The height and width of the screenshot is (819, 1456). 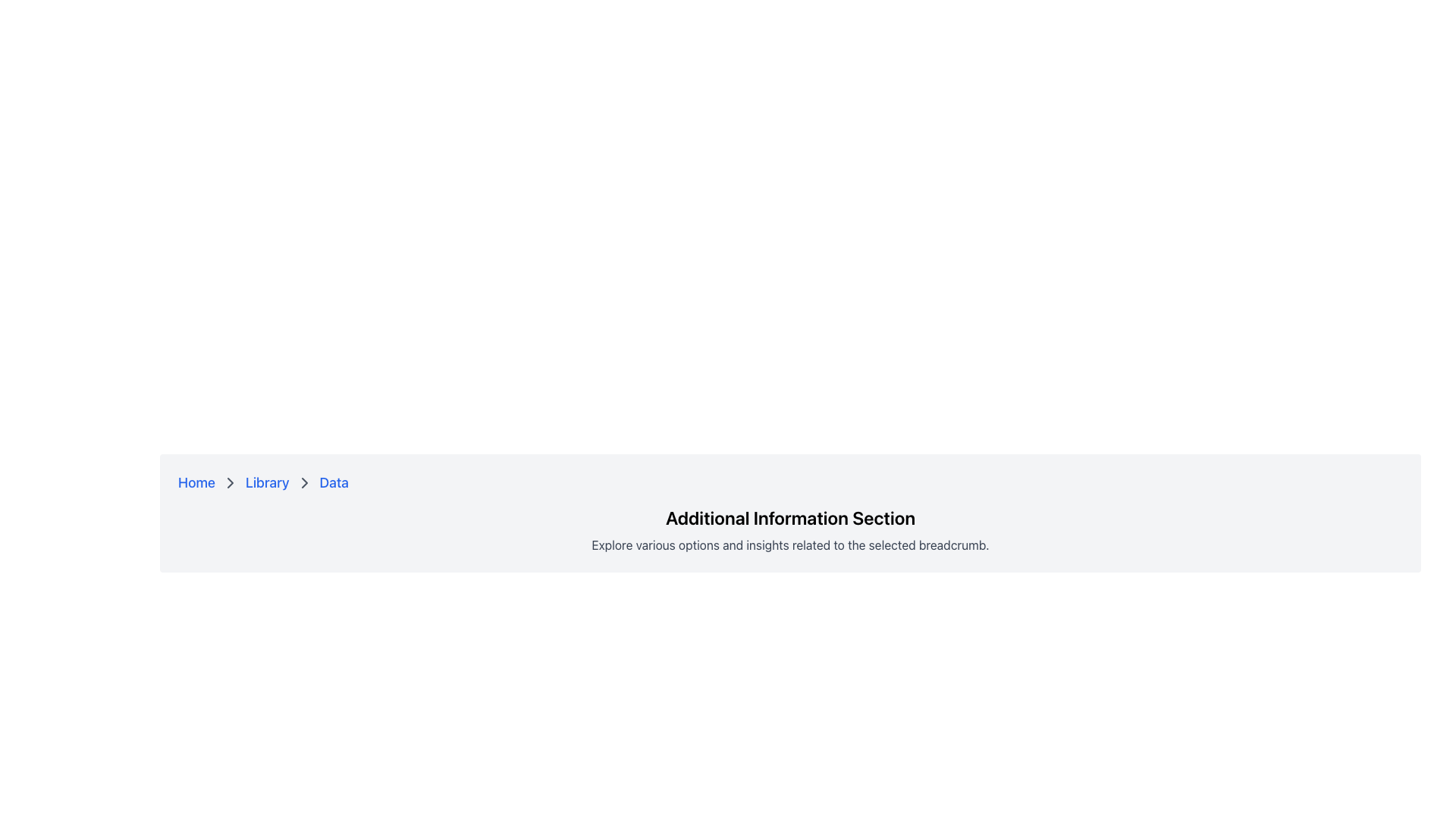 What do you see at coordinates (303, 482) in the screenshot?
I see `the right-facing chevron icon in the breadcrumb navigation between 'Library' and 'Data' if it has interactive functionality` at bounding box center [303, 482].